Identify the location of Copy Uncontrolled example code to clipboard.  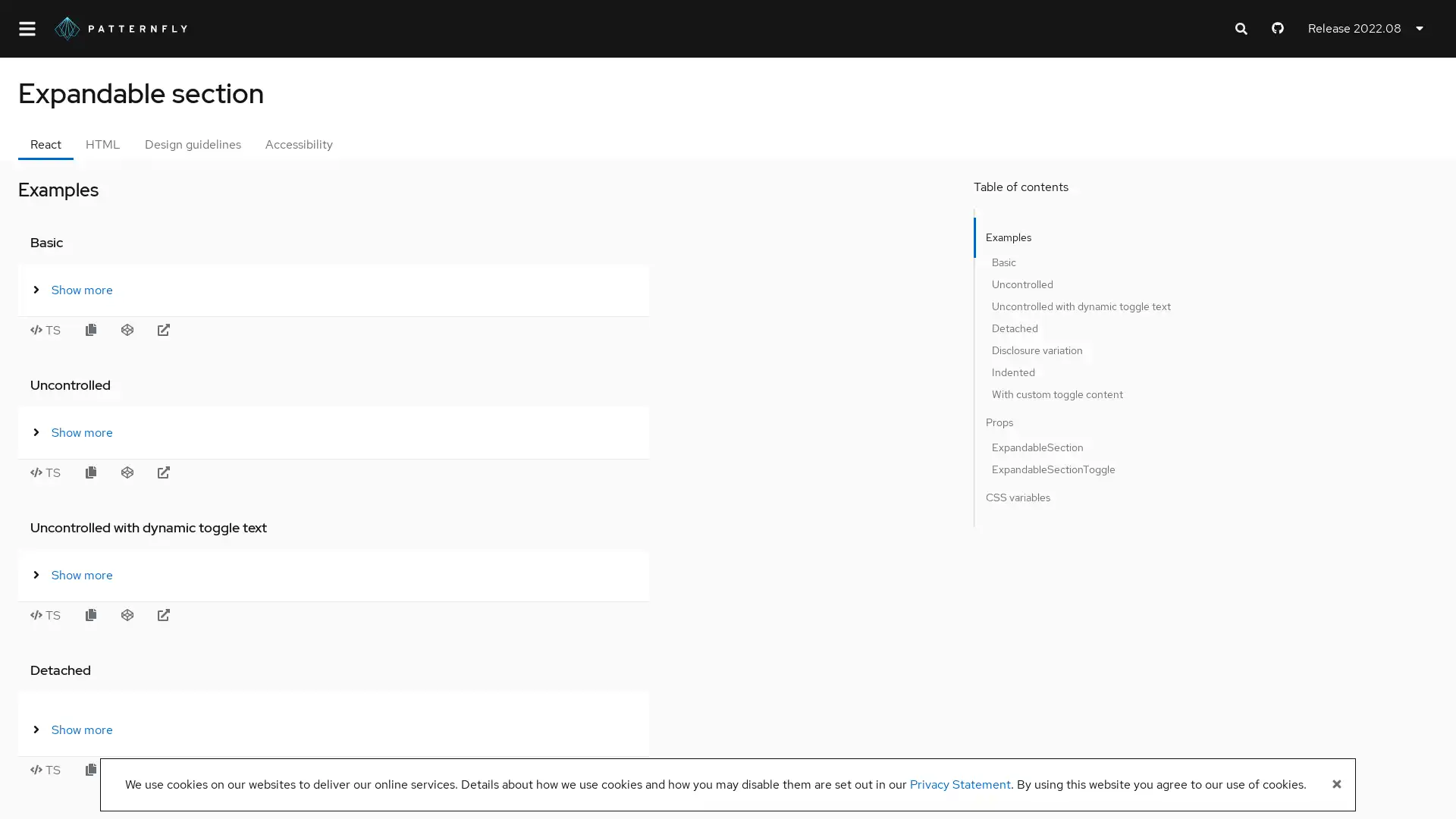
(309, 472).